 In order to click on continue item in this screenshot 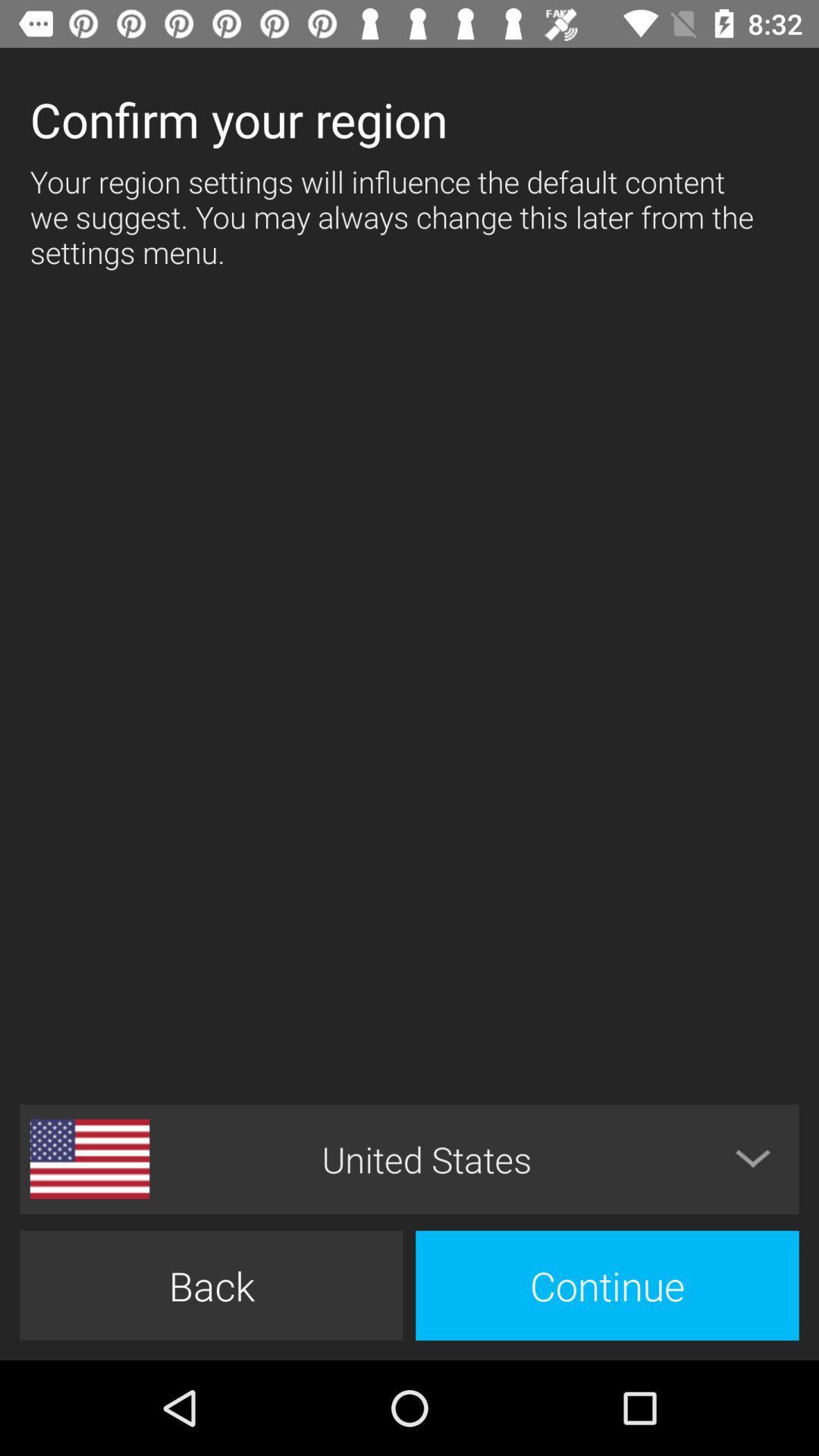, I will do `click(607, 1285)`.